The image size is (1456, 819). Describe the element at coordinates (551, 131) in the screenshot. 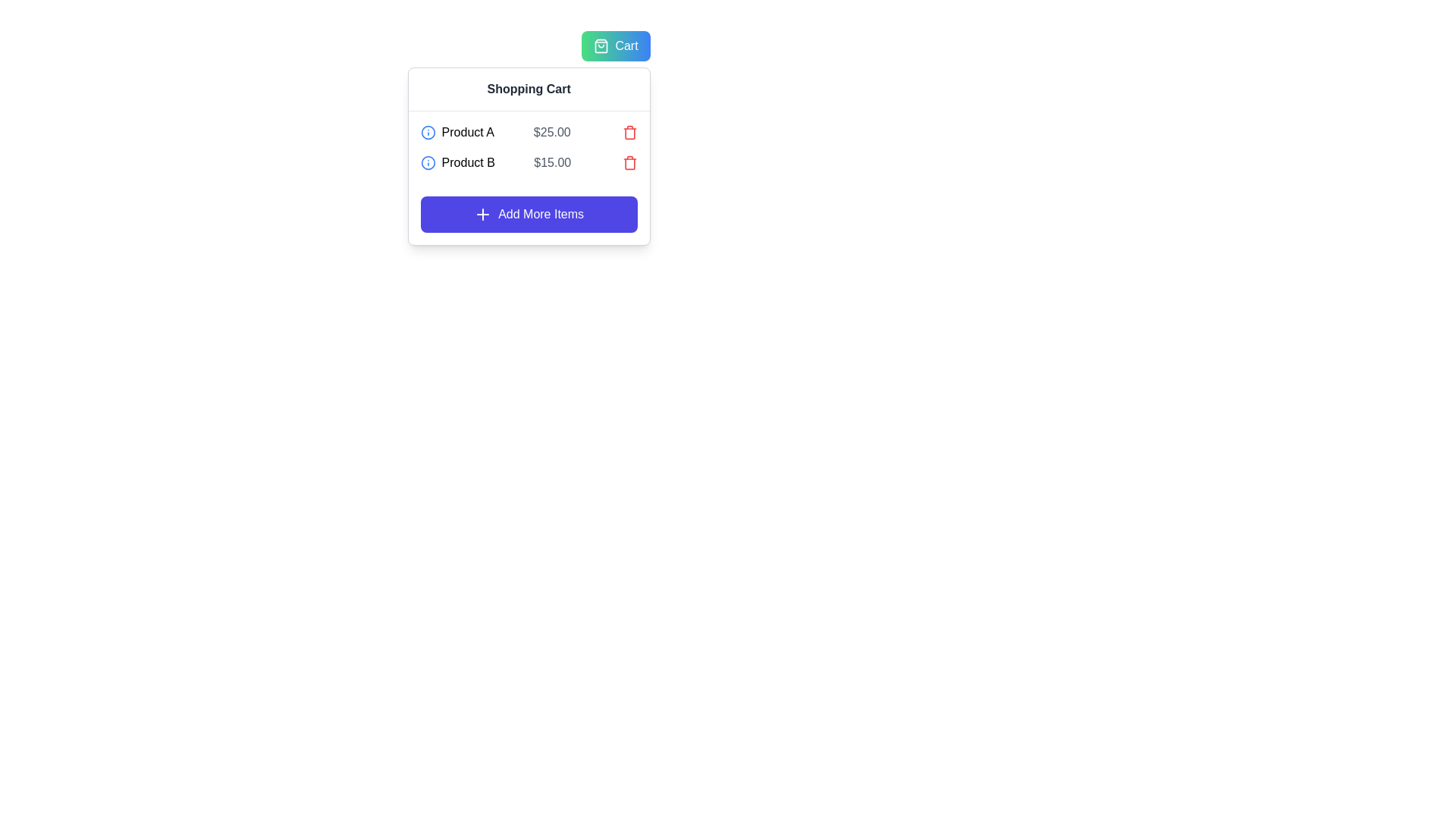

I see `the static text label displaying '$25.00', which is located in the right half of the row for 'Product A' in the shopping cart` at that location.